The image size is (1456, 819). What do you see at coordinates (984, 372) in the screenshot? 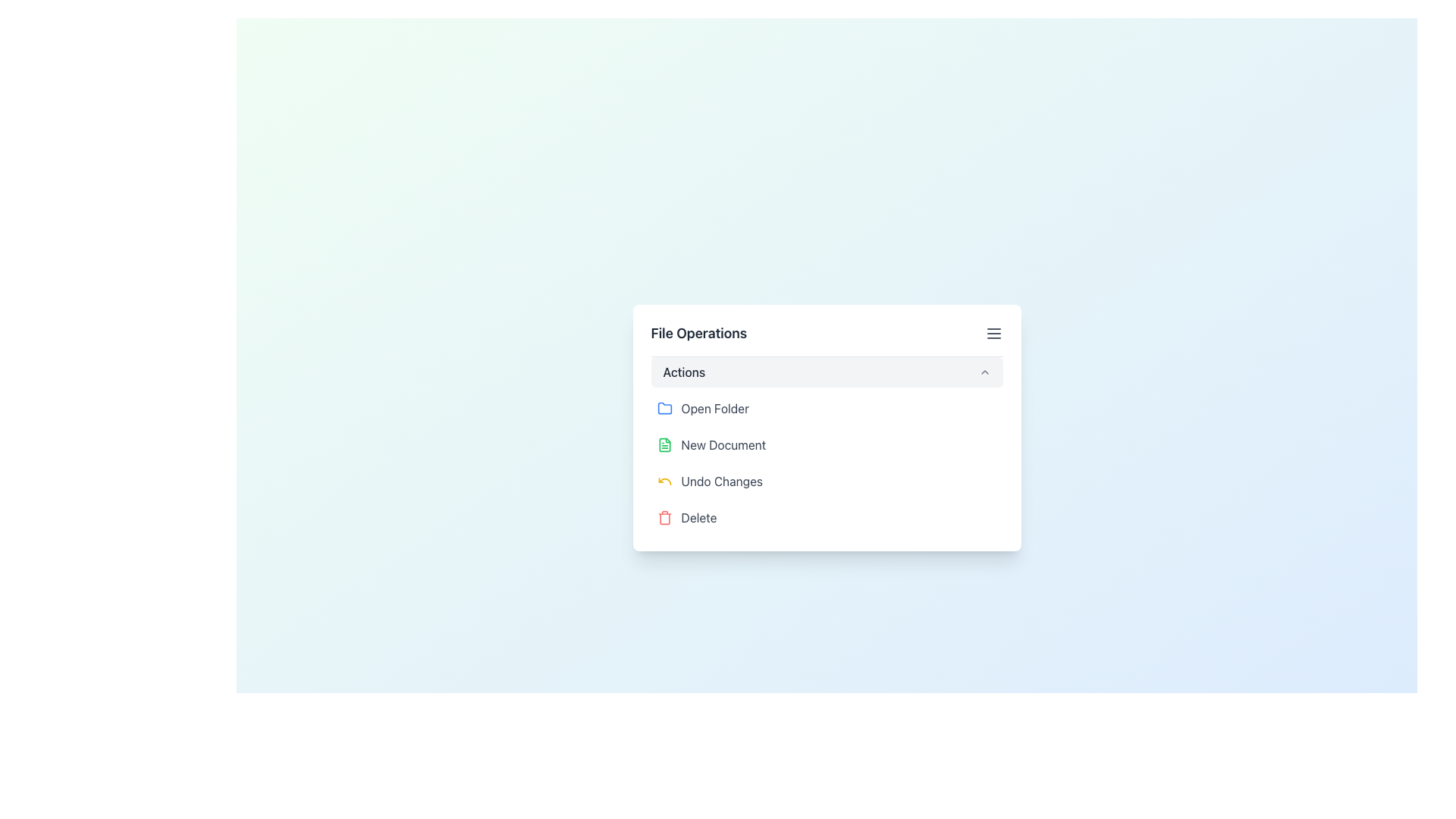
I see `the Up-chevron icon located at the far right of the 'Actions' row` at bounding box center [984, 372].